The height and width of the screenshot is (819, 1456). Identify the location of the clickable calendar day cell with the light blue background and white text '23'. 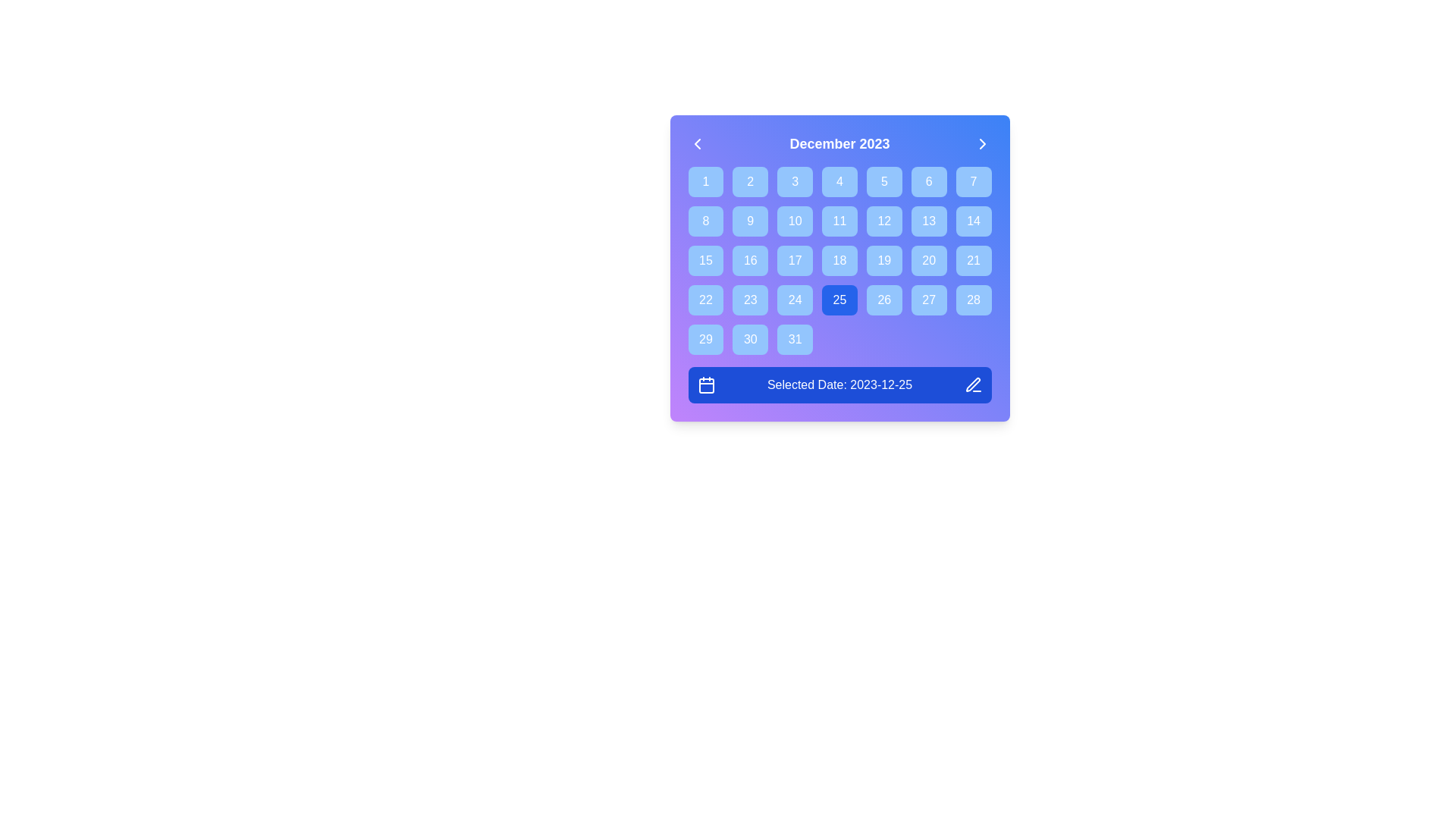
(750, 300).